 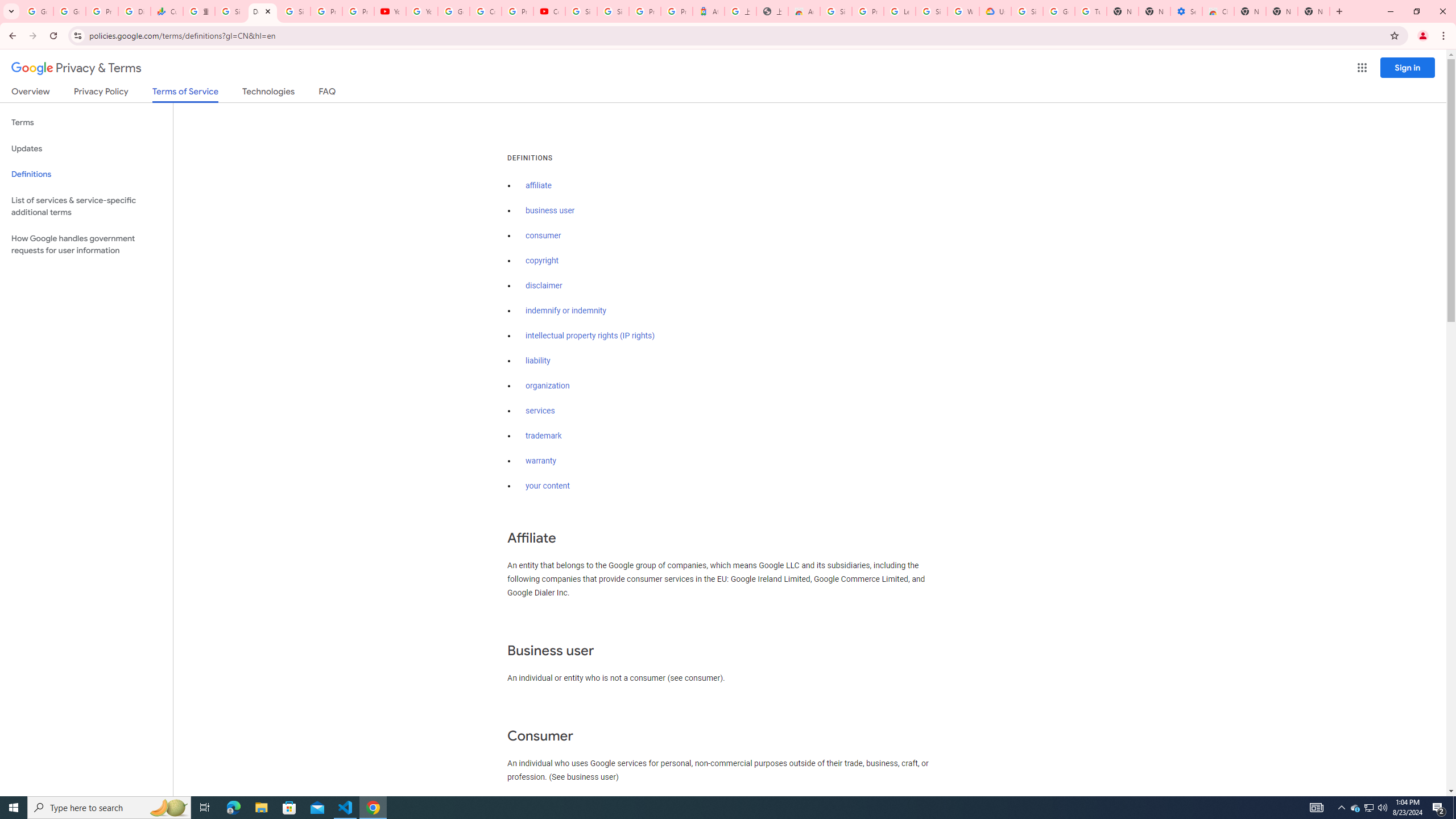 What do you see at coordinates (540, 460) in the screenshot?
I see `'warranty'` at bounding box center [540, 460].